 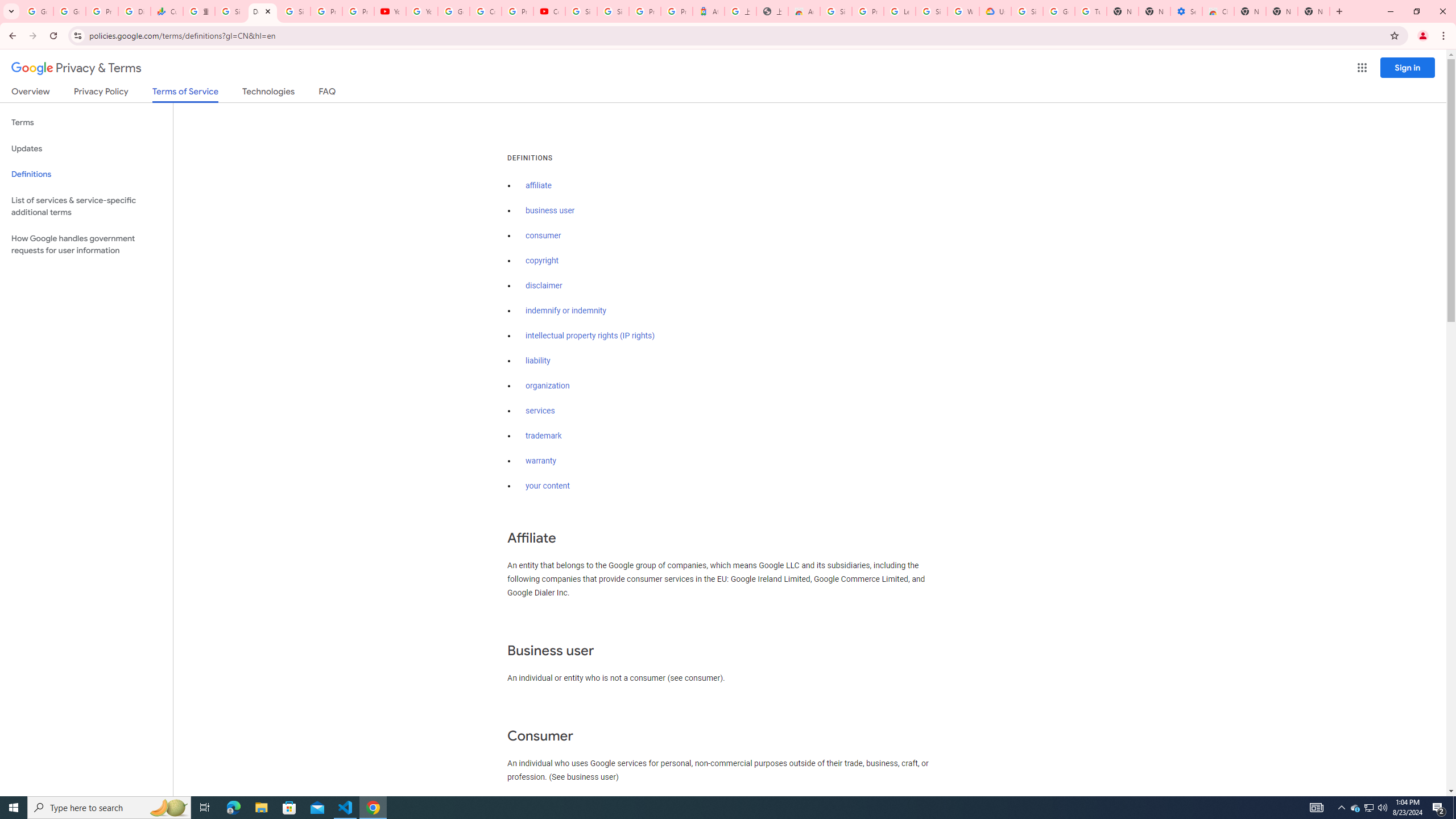 What do you see at coordinates (540, 460) in the screenshot?
I see `'warranty'` at bounding box center [540, 460].